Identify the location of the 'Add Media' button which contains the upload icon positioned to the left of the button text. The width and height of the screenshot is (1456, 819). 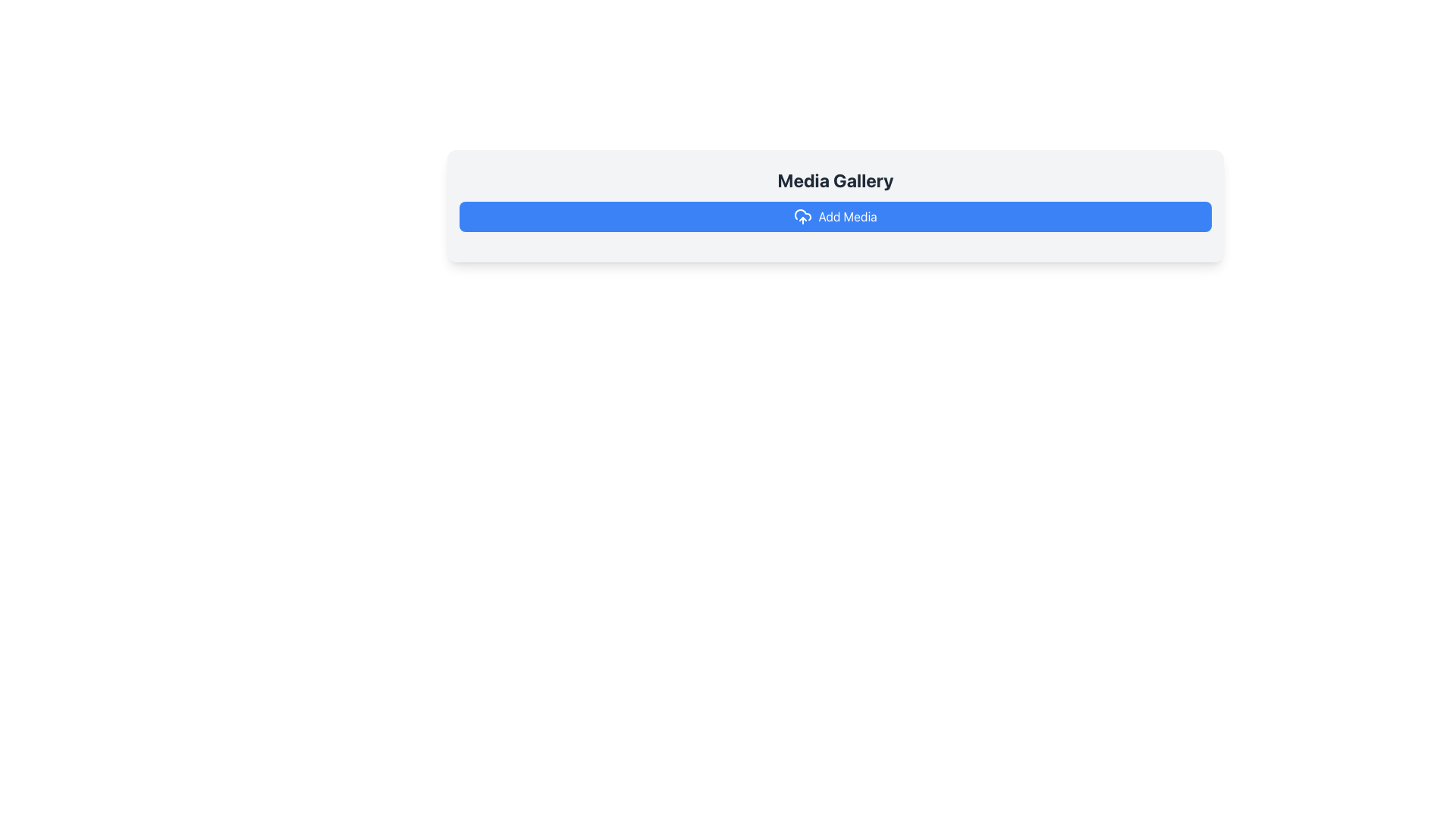
(802, 216).